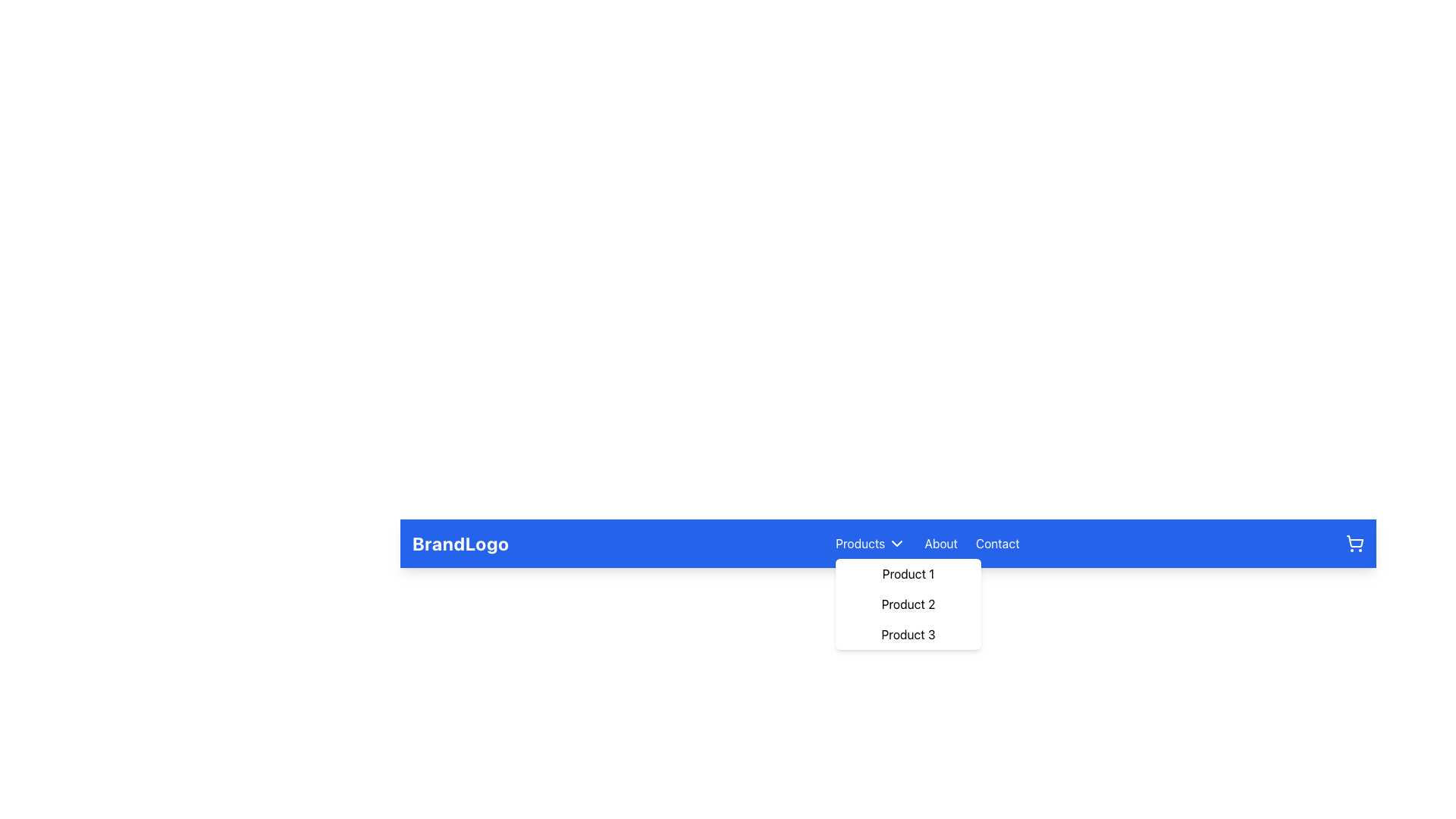 This screenshot has height=819, width=1456. Describe the element at coordinates (897, 543) in the screenshot. I see `the visual cue icon located immediately to the right of the 'Products' text in the top navigation bar` at that location.